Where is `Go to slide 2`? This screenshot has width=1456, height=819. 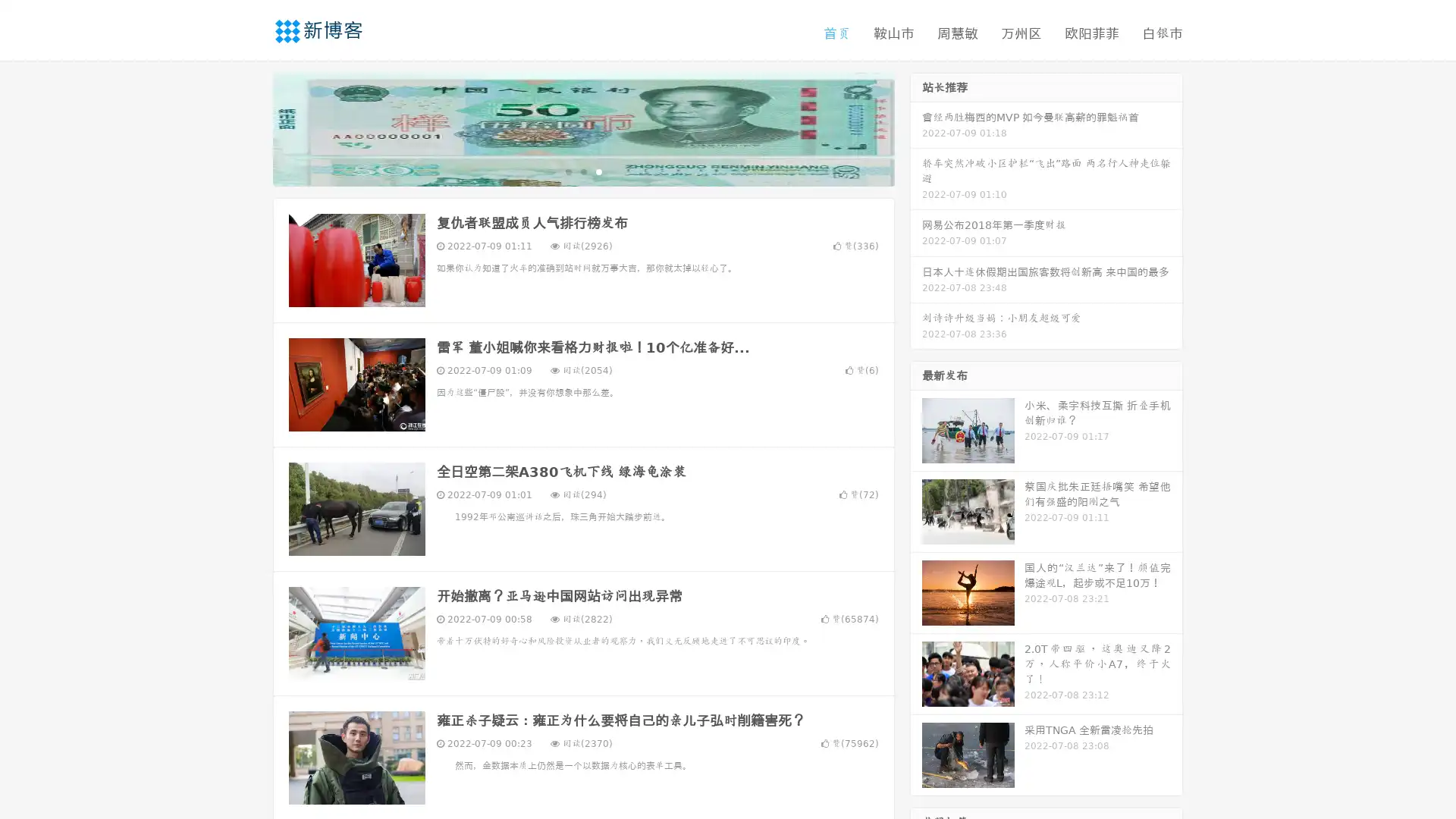
Go to slide 2 is located at coordinates (582, 171).